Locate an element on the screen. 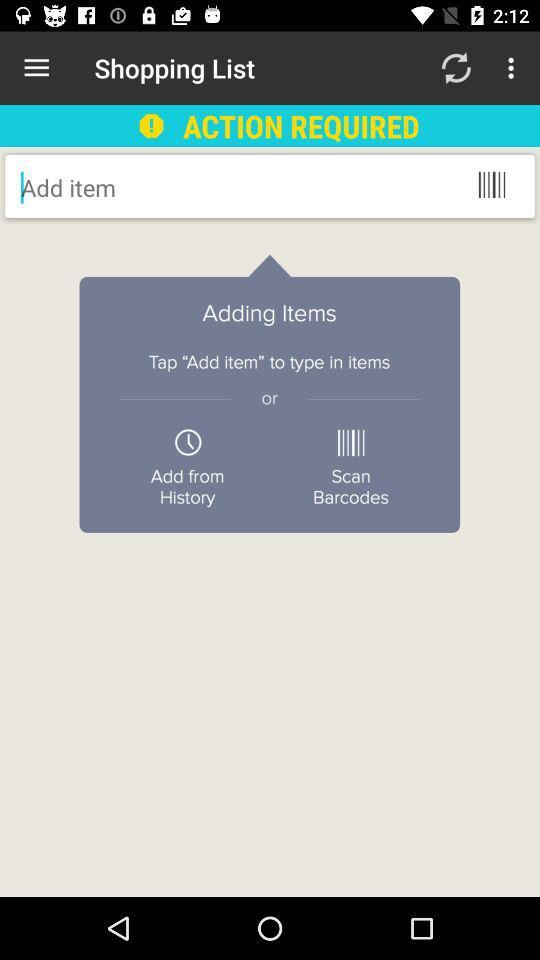 Image resolution: width=540 pixels, height=960 pixels. icon to the left of the shopping list is located at coordinates (36, 68).